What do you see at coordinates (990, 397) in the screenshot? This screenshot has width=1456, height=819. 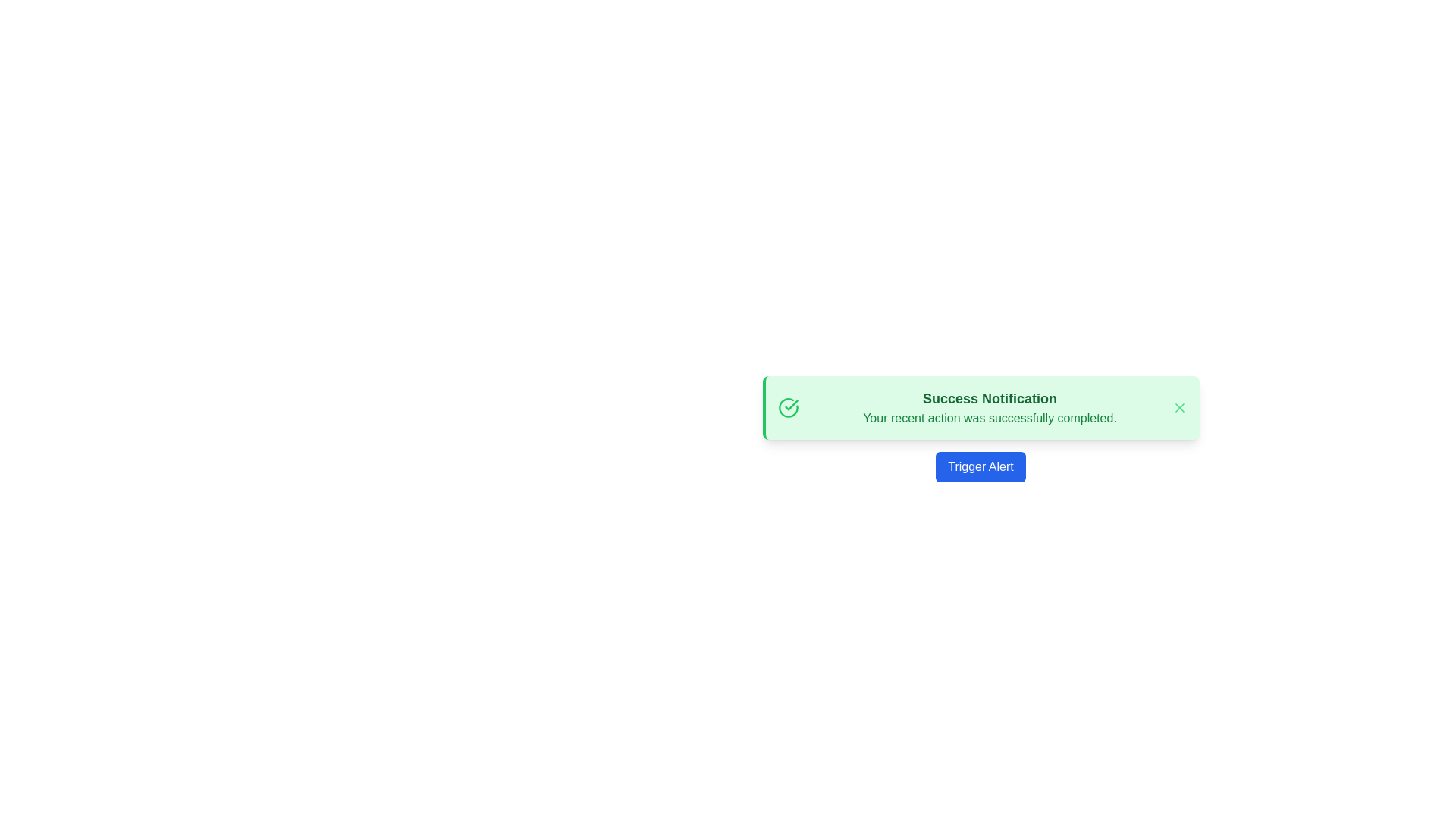 I see `title text of the notification, which is the primary text content positioned at the top of the notification box` at bounding box center [990, 397].